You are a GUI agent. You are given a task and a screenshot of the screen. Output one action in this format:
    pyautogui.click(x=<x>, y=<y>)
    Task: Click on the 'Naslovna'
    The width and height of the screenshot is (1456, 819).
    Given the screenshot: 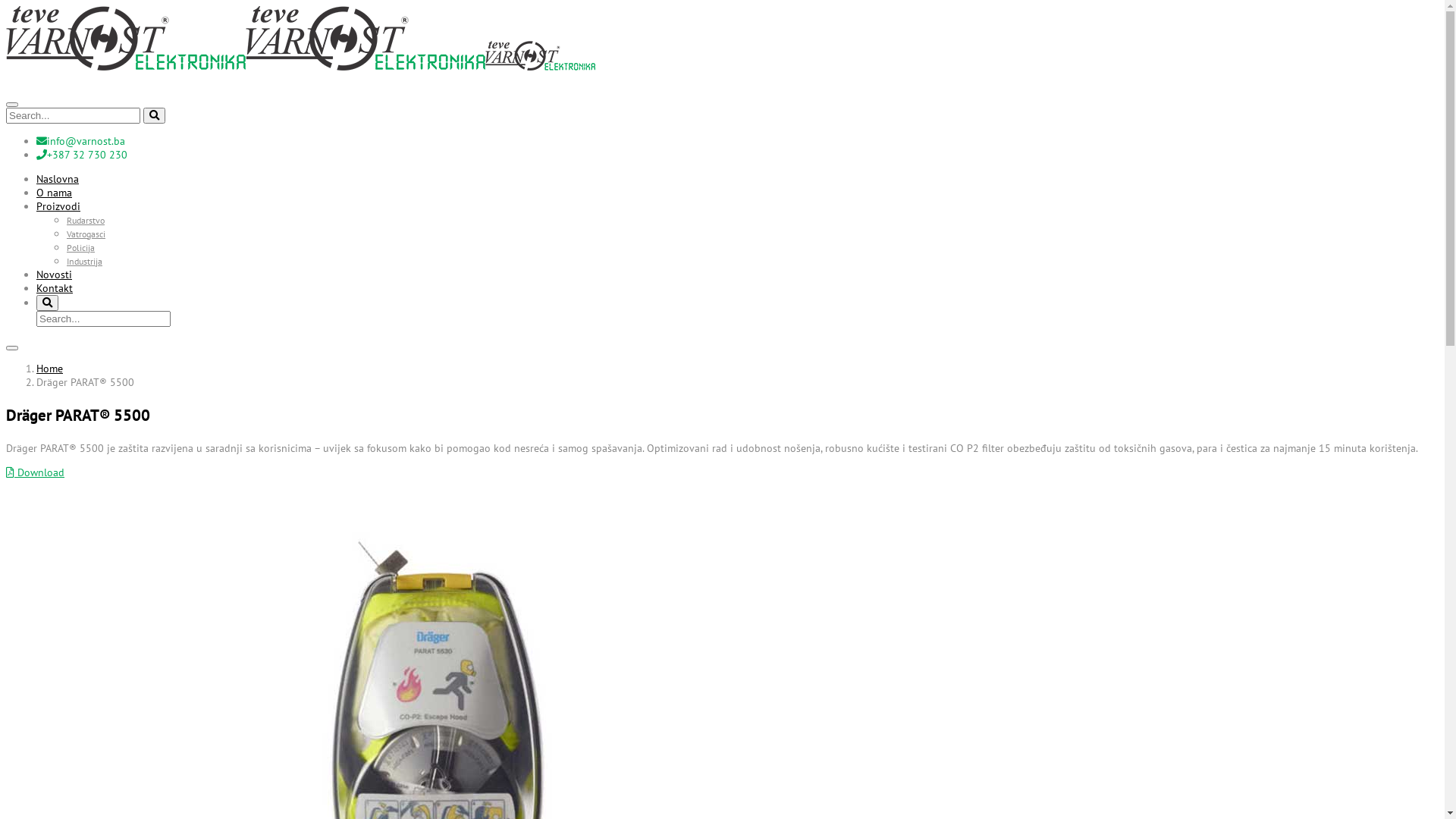 What is the action you would take?
    pyautogui.click(x=58, y=177)
    